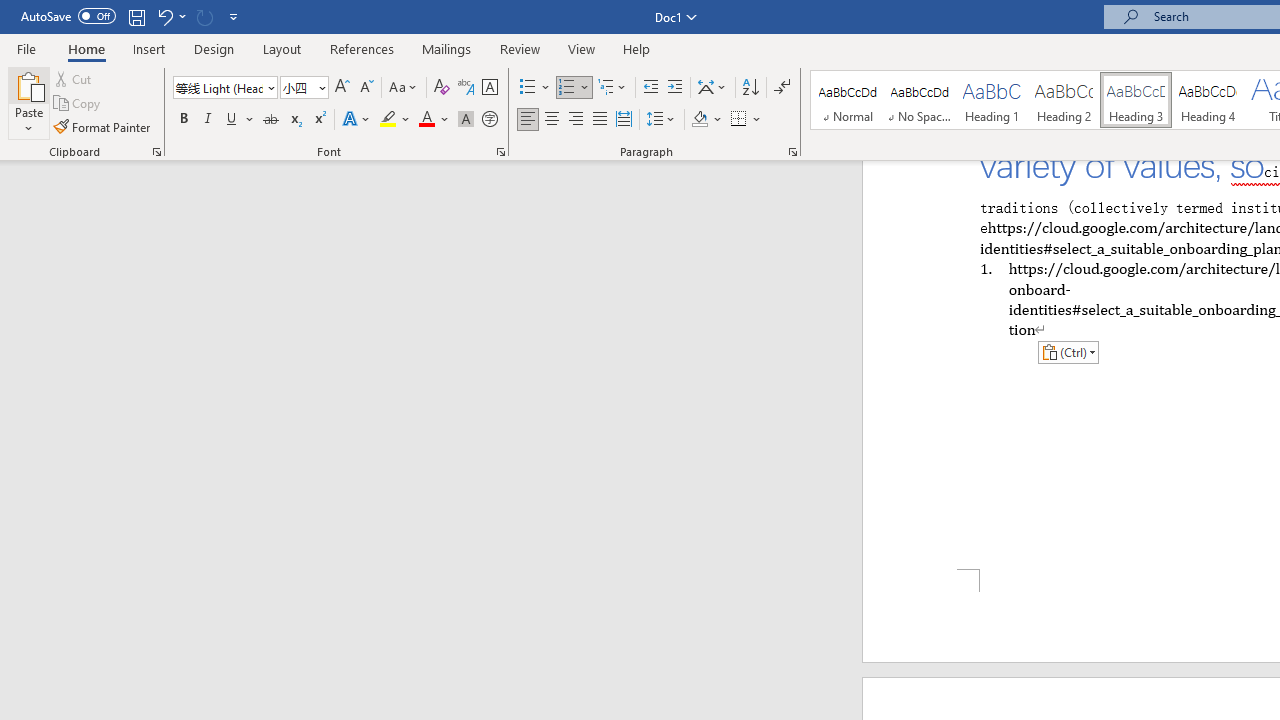 The image size is (1280, 720). What do you see at coordinates (712, 86) in the screenshot?
I see `'Asian Layout'` at bounding box center [712, 86].